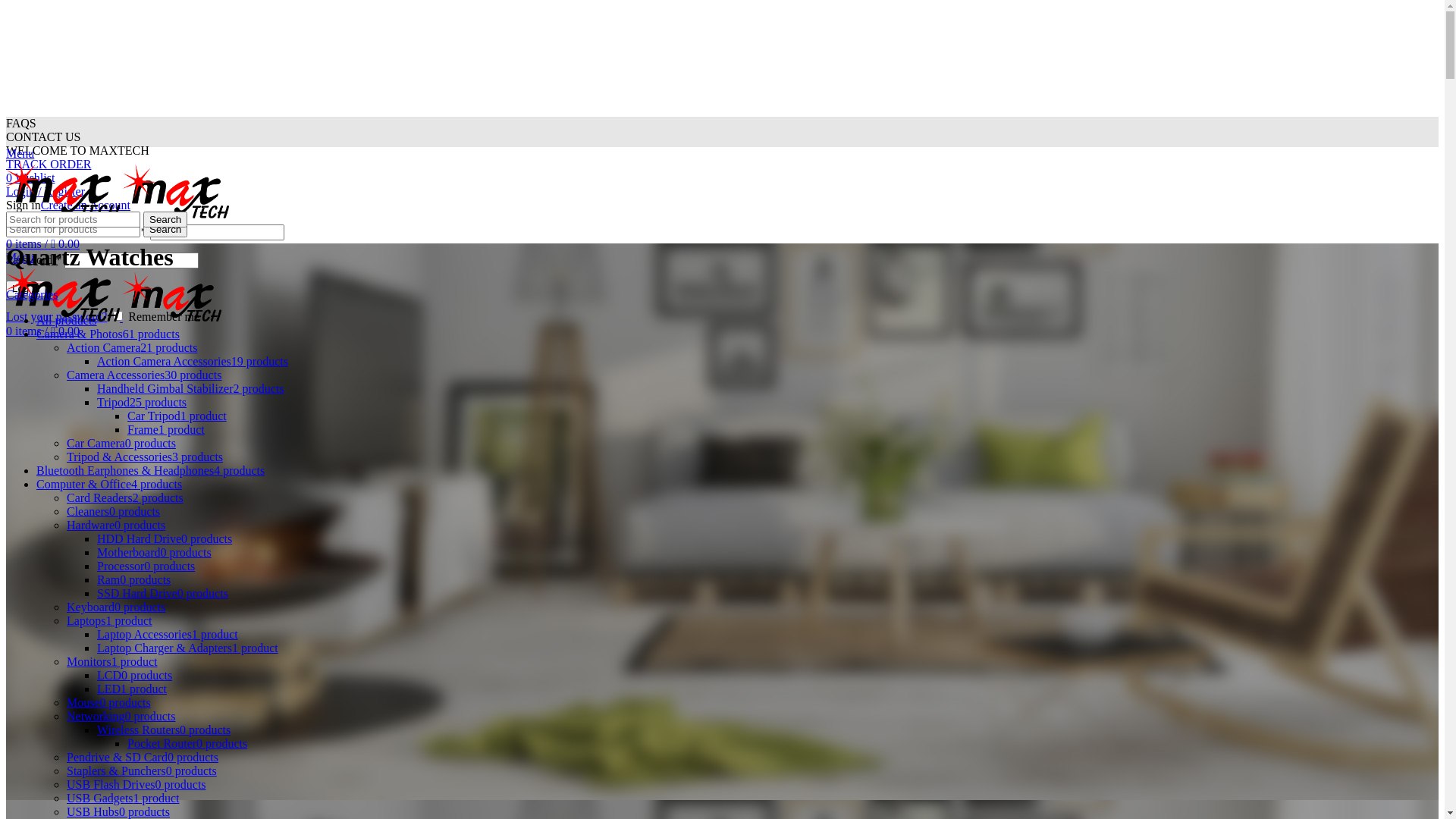  Describe the element at coordinates (142, 770) in the screenshot. I see `'Staplers & Punchers0 products'` at that location.